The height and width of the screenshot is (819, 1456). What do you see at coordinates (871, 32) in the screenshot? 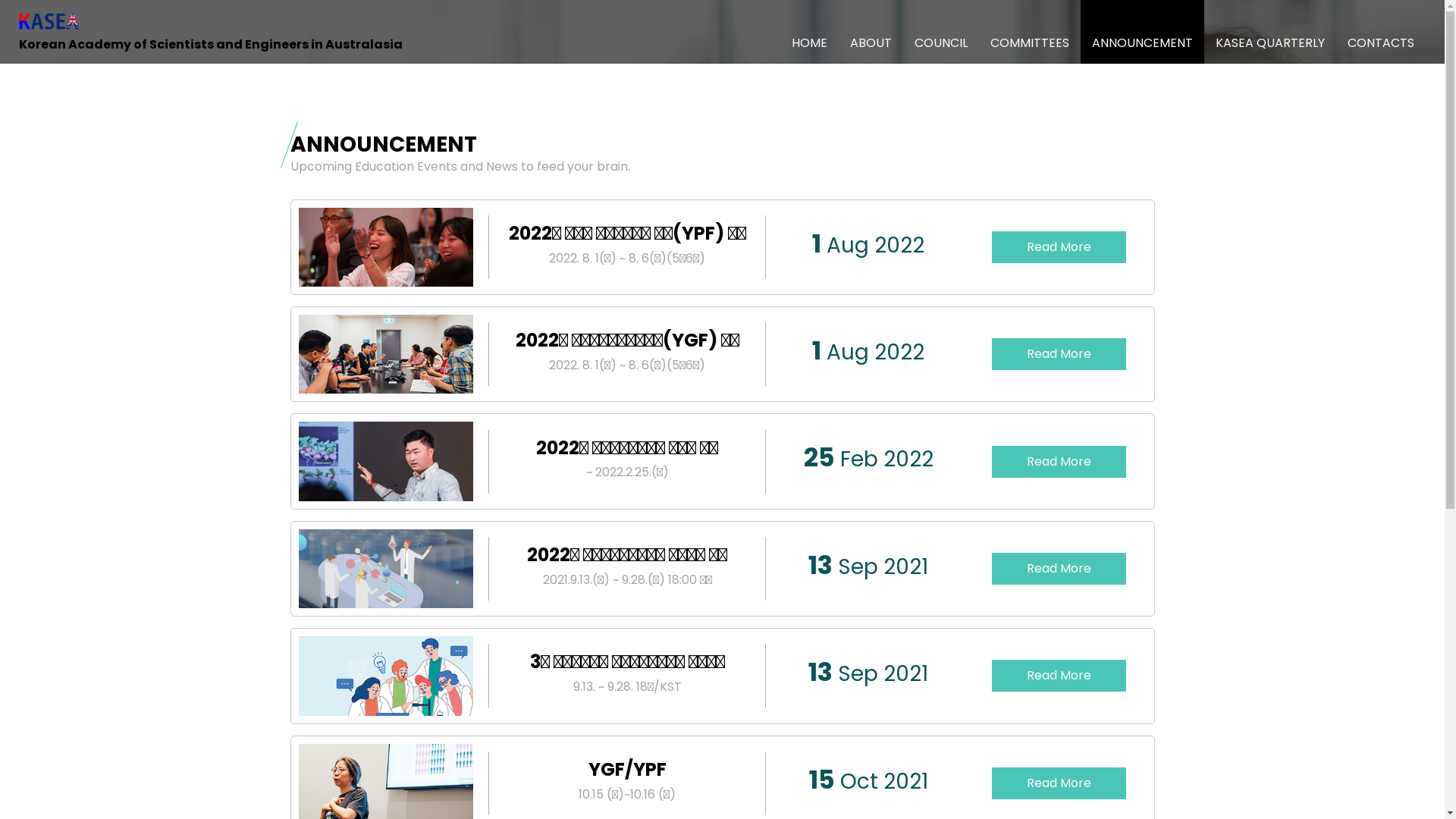
I see `'ABOUT'` at bounding box center [871, 32].